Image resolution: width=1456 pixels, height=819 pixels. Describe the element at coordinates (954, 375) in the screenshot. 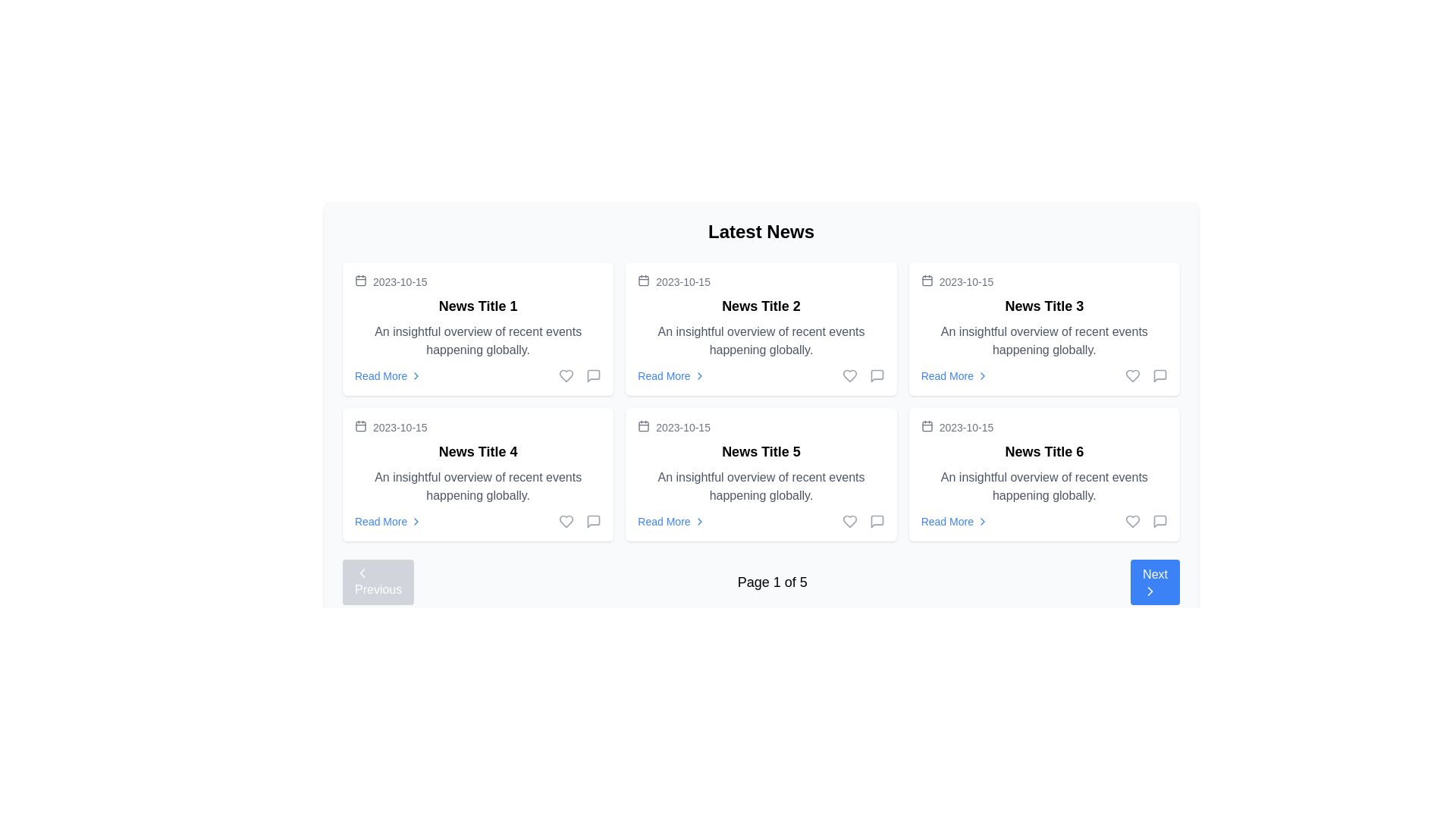

I see `the hyperlink button in the 'Latest News' section for 'News Title 3'` at that location.